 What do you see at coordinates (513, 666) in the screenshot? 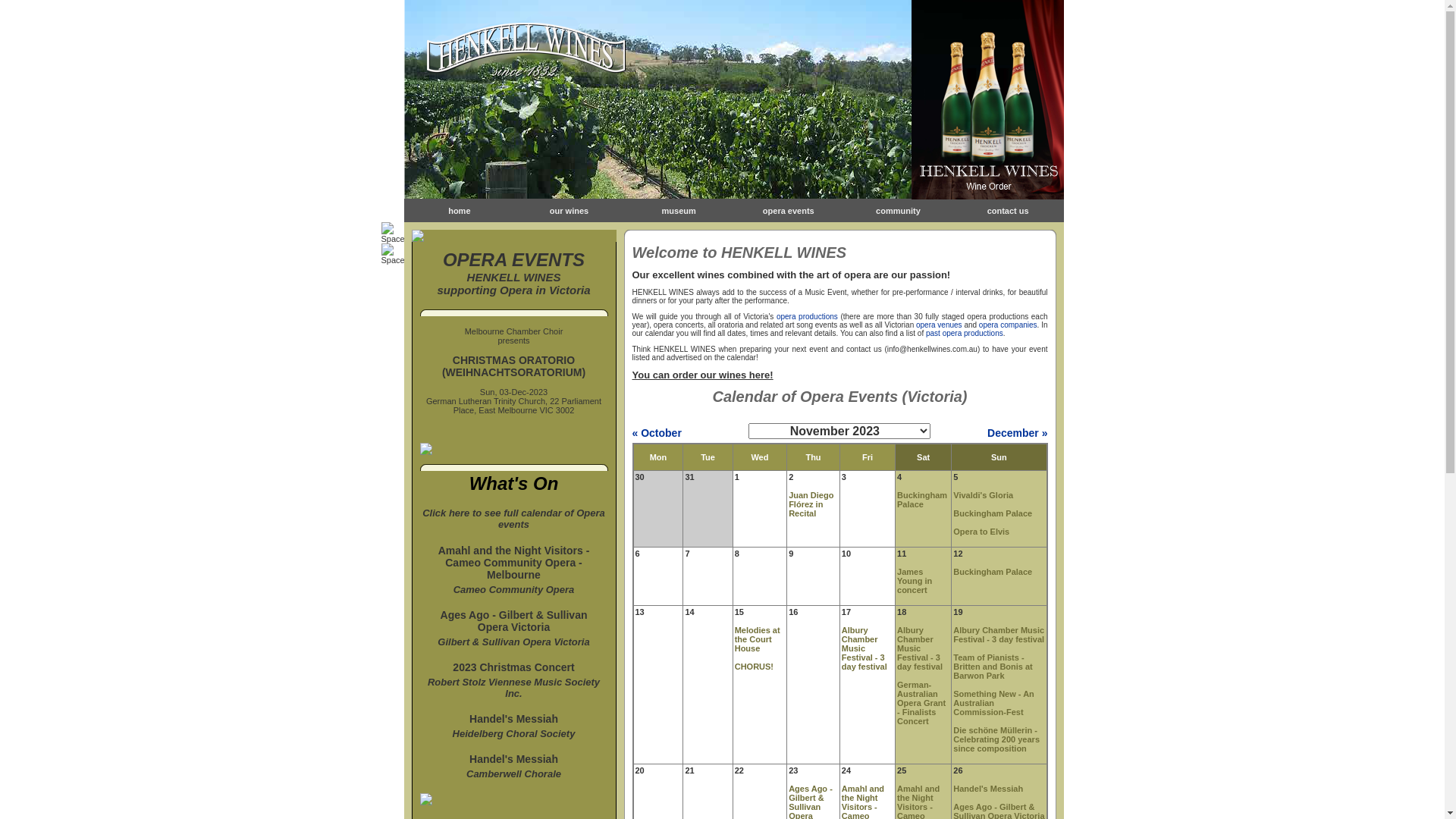
I see `'2023 Christmas Concert'` at bounding box center [513, 666].